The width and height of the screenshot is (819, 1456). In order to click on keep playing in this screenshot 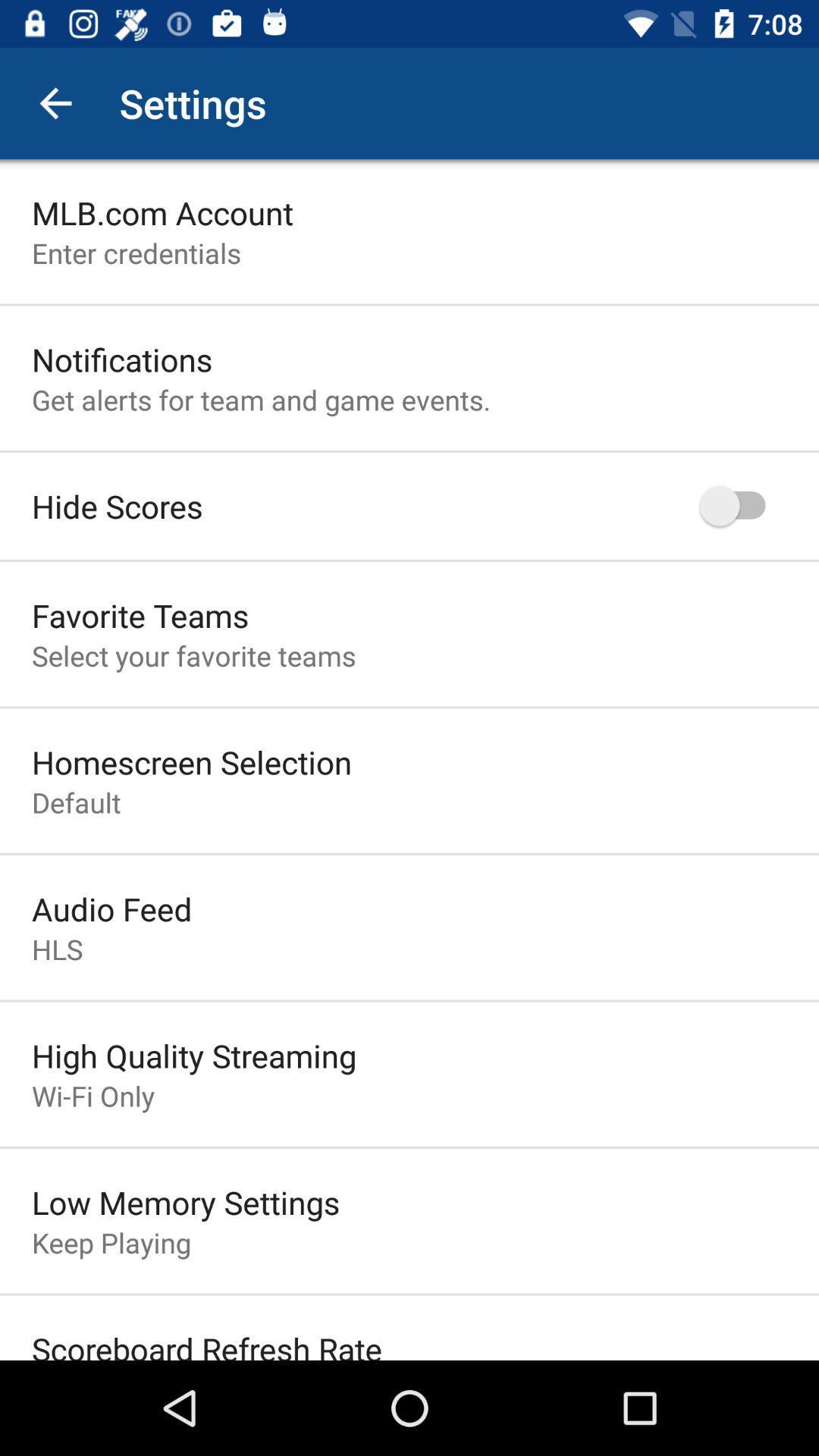, I will do `click(110, 1242)`.